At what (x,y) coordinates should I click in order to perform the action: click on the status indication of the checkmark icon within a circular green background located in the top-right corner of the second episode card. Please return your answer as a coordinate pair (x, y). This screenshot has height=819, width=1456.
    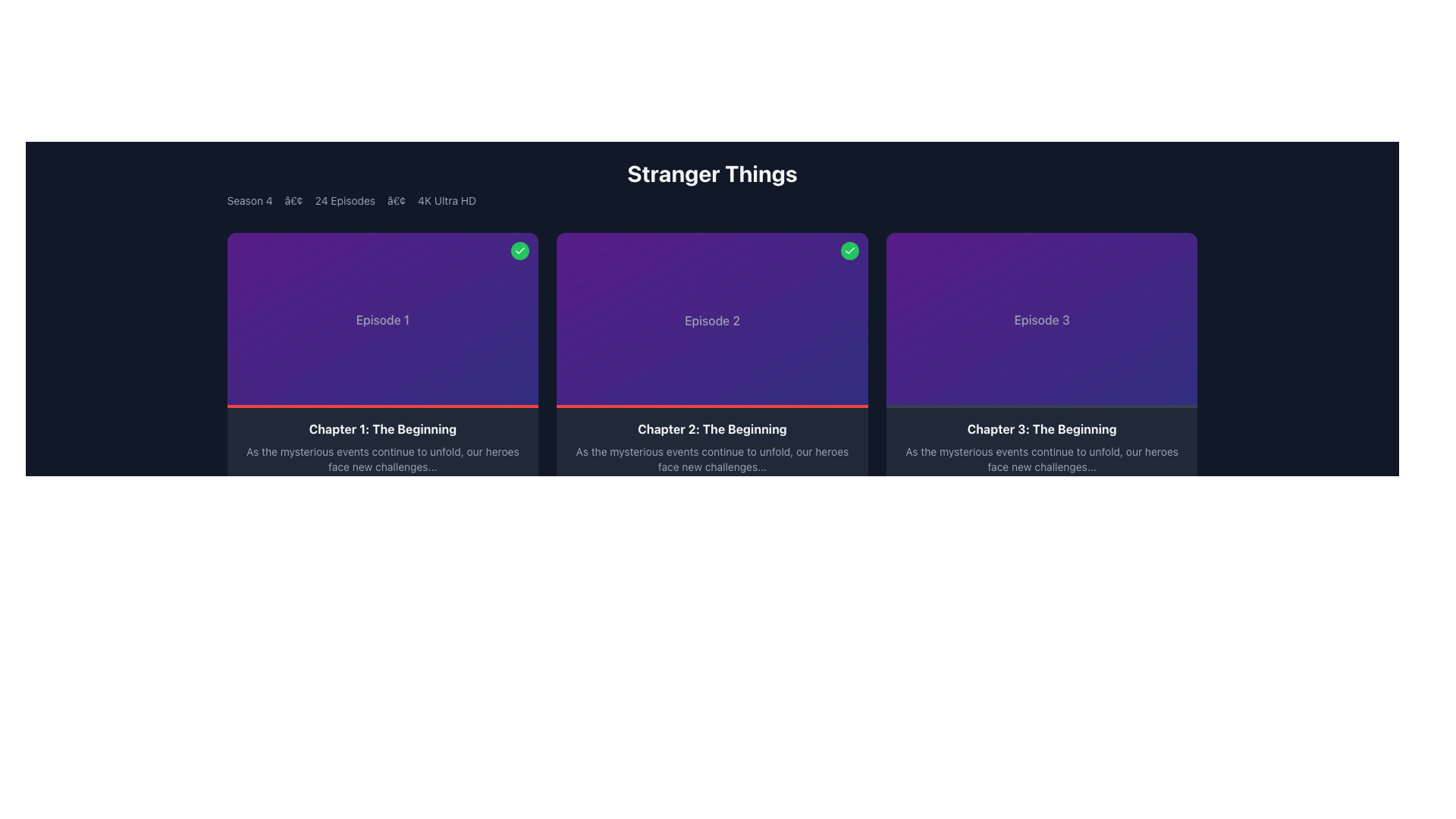
    Looking at the image, I should click on (849, 250).